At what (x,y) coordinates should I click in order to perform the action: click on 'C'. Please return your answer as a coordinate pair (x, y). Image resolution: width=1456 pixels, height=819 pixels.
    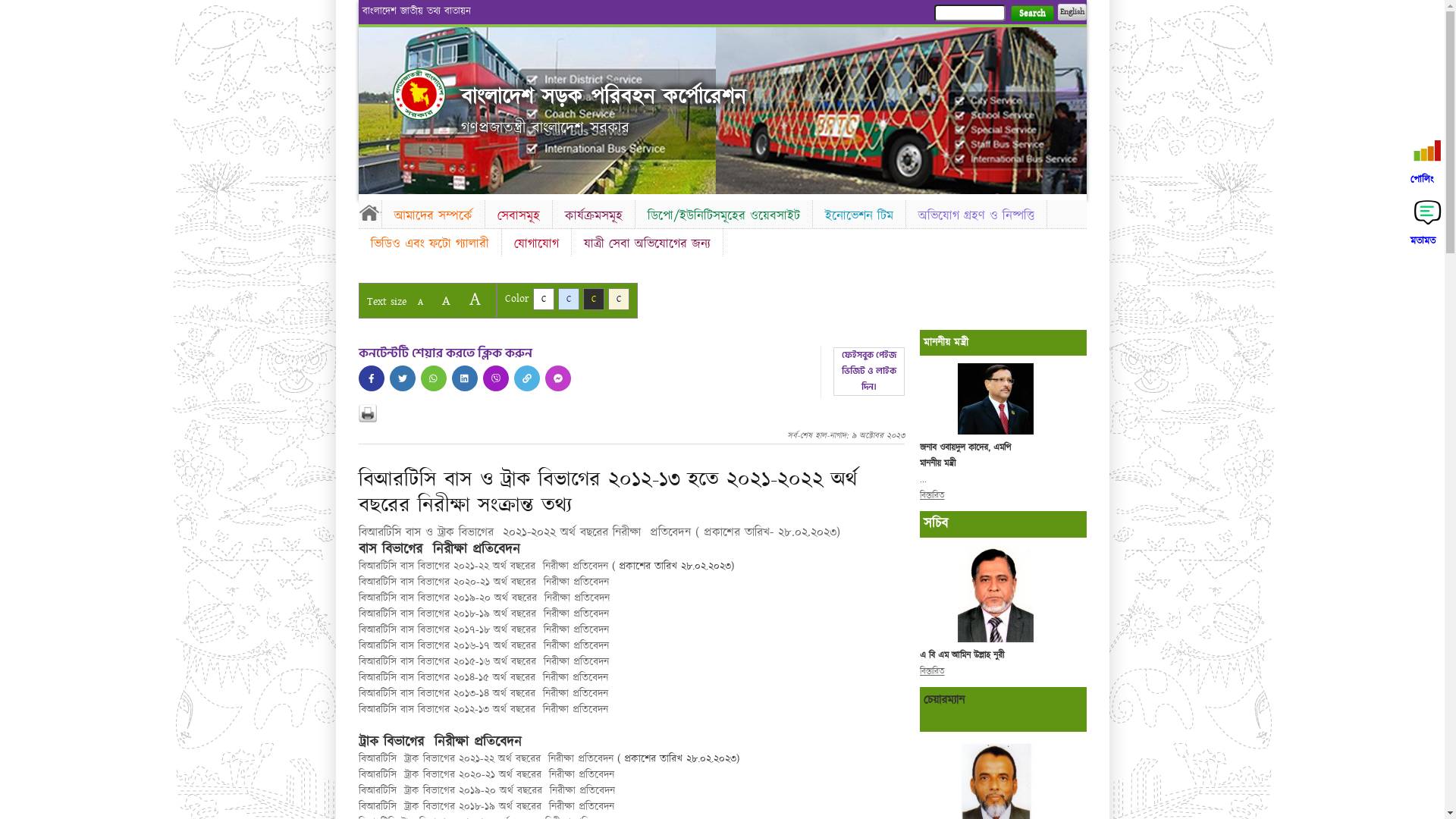
    Looking at the image, I should click on (619, 299).